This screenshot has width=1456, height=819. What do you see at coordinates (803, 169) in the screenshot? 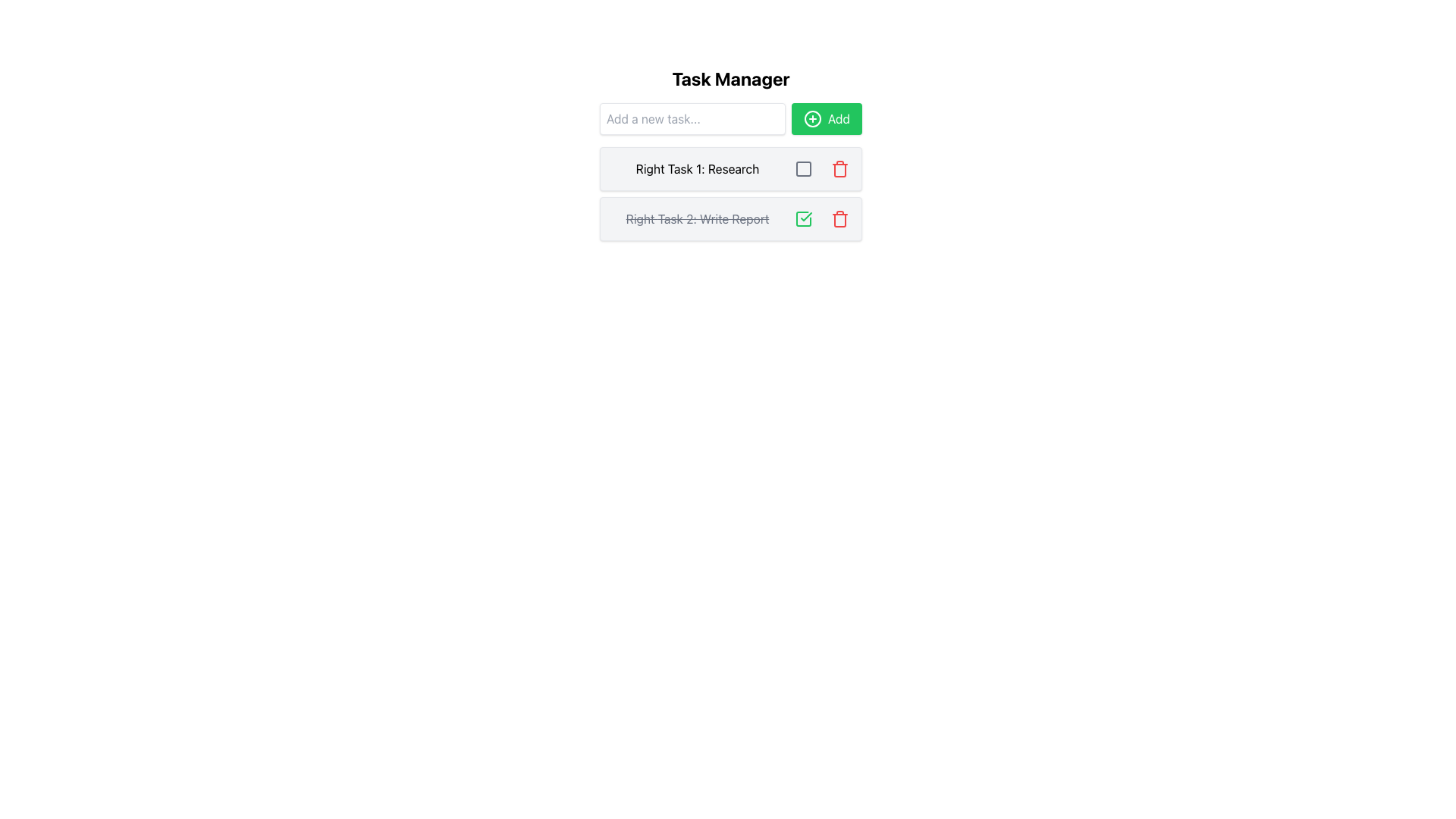
I see `the interactive checkbox located within the task list item labeled 'Right Task 1: Research'` at bounding box center [803, 169].